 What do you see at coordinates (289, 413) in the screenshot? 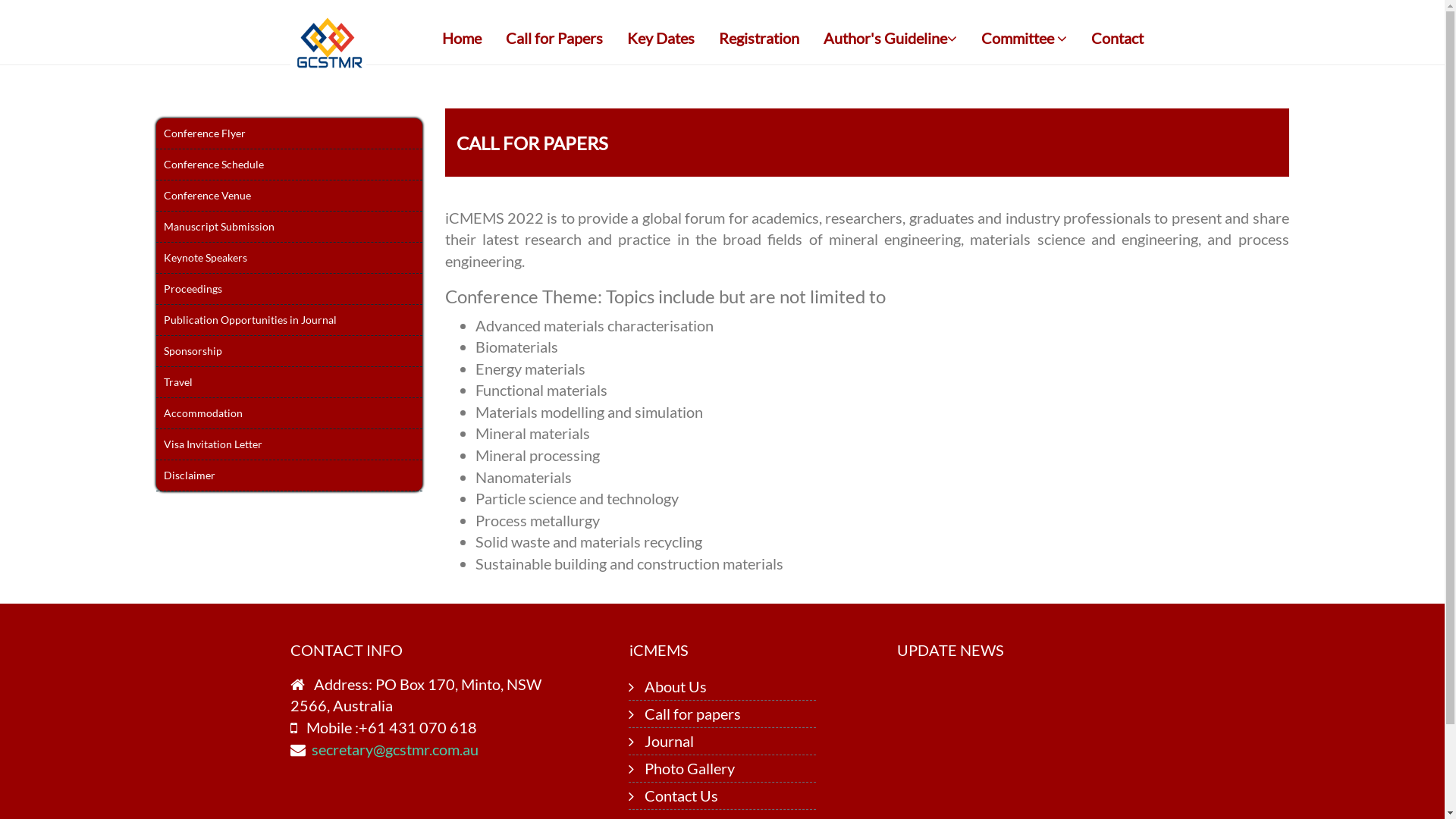
I see `'Accommodation'` at bounding box center [289, 413].